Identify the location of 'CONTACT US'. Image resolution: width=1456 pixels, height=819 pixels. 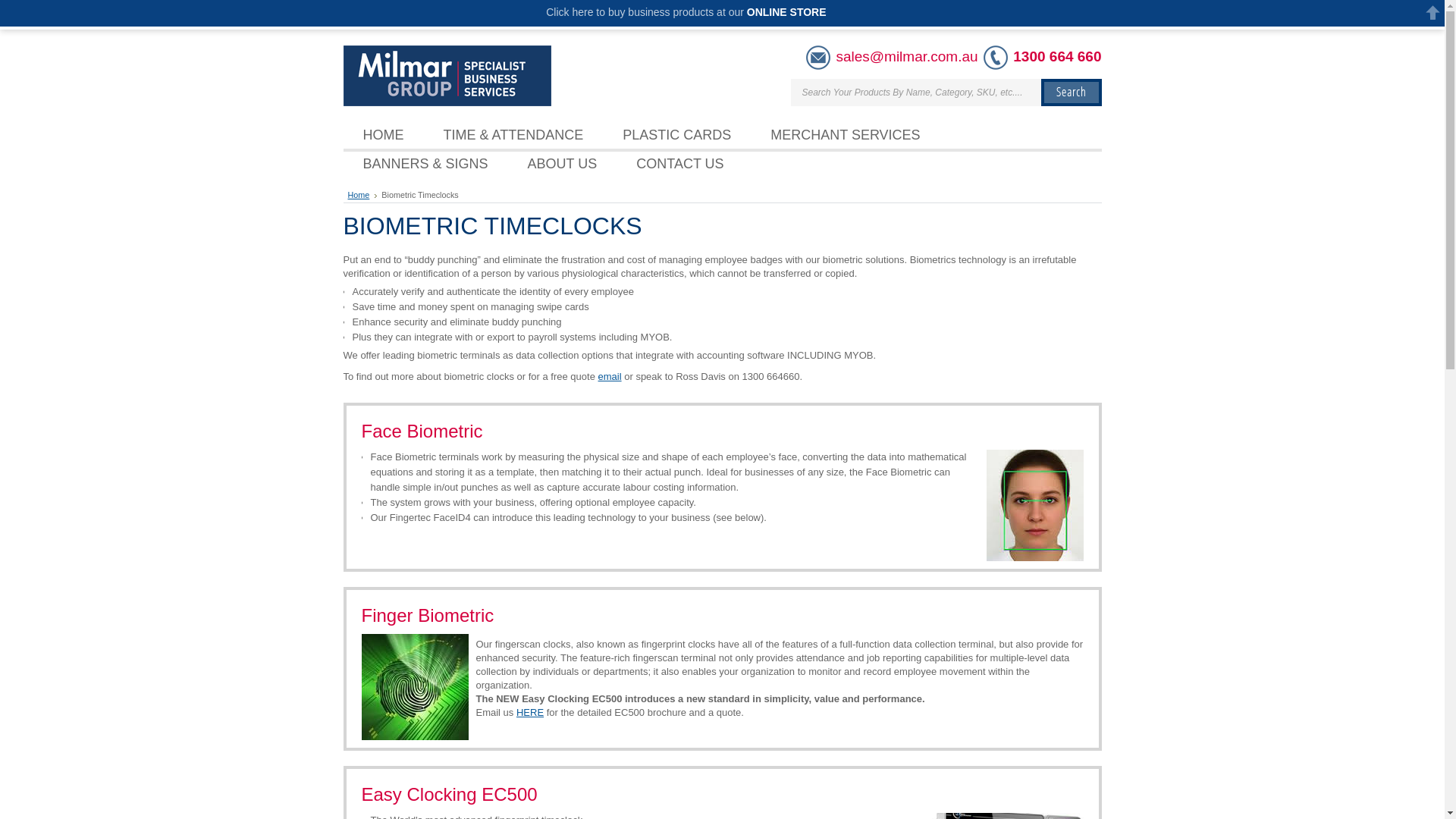
(679, 164).